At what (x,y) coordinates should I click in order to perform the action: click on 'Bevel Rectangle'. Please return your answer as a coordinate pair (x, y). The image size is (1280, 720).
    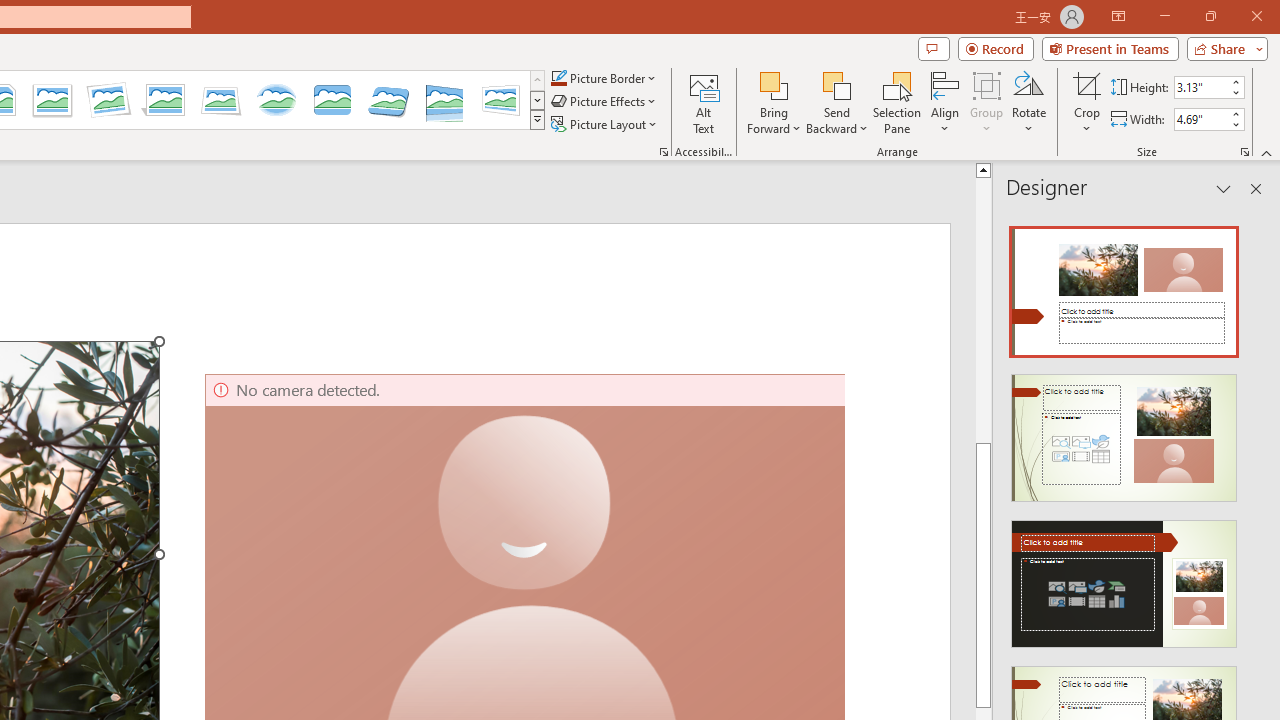
    Looking at the image, I should click on (332, 100).